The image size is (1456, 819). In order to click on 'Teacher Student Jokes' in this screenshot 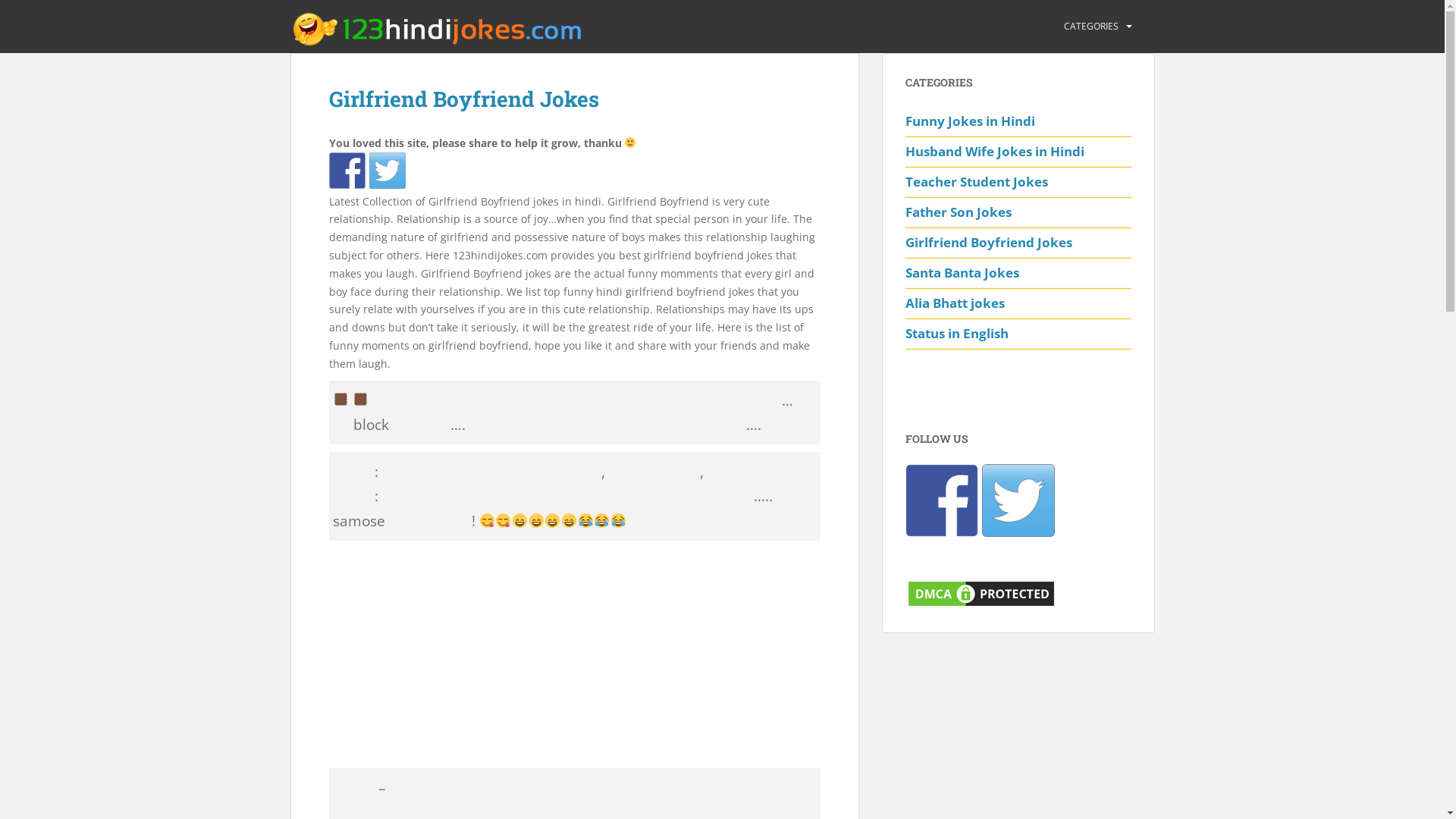, I will do `click(1018, 181)`.